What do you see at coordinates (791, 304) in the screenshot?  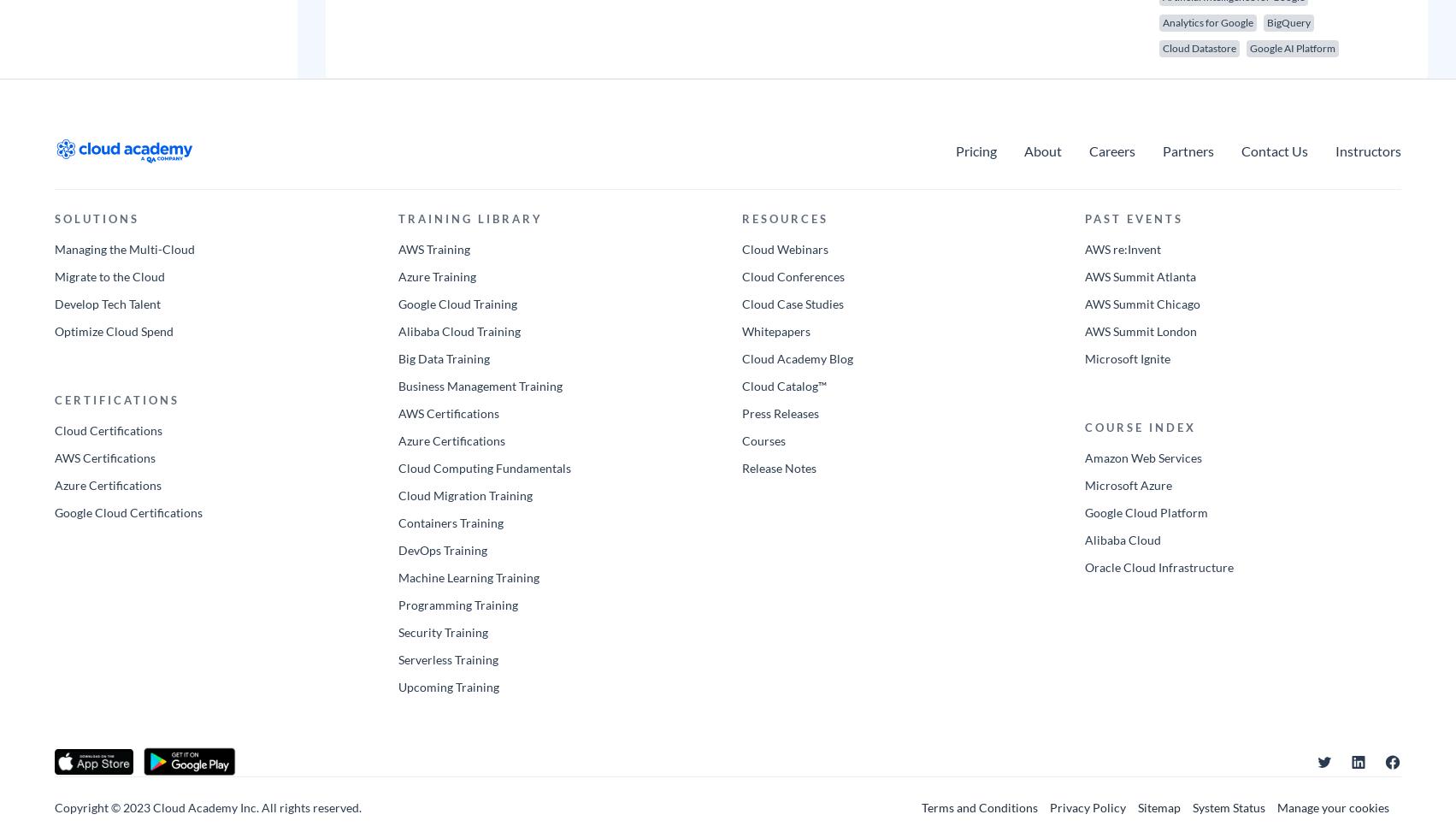 I see `'Cloud Case Studies'` at bounding box center [791, 304].